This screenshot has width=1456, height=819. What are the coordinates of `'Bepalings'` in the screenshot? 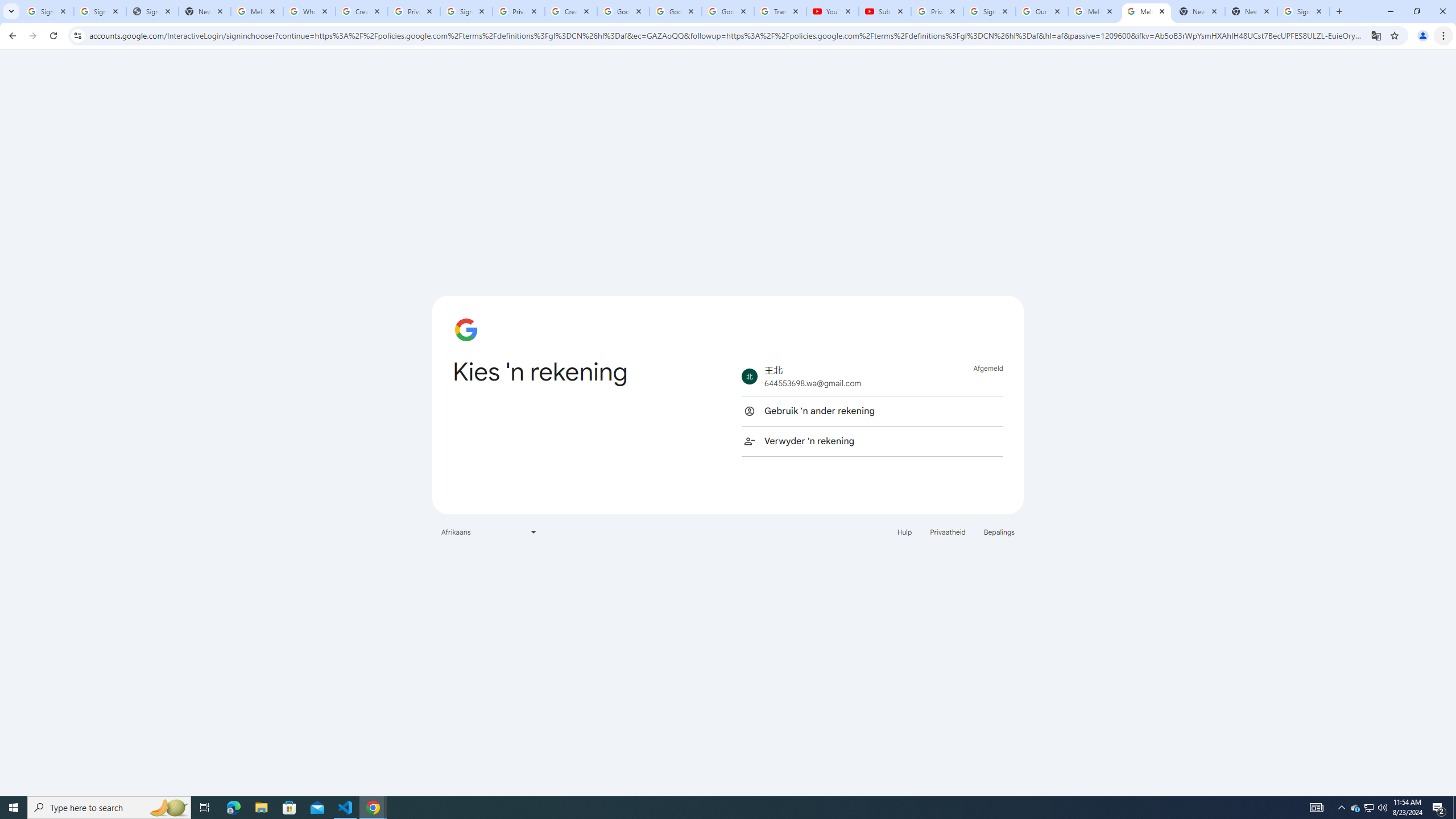 It's located at (999, 531).